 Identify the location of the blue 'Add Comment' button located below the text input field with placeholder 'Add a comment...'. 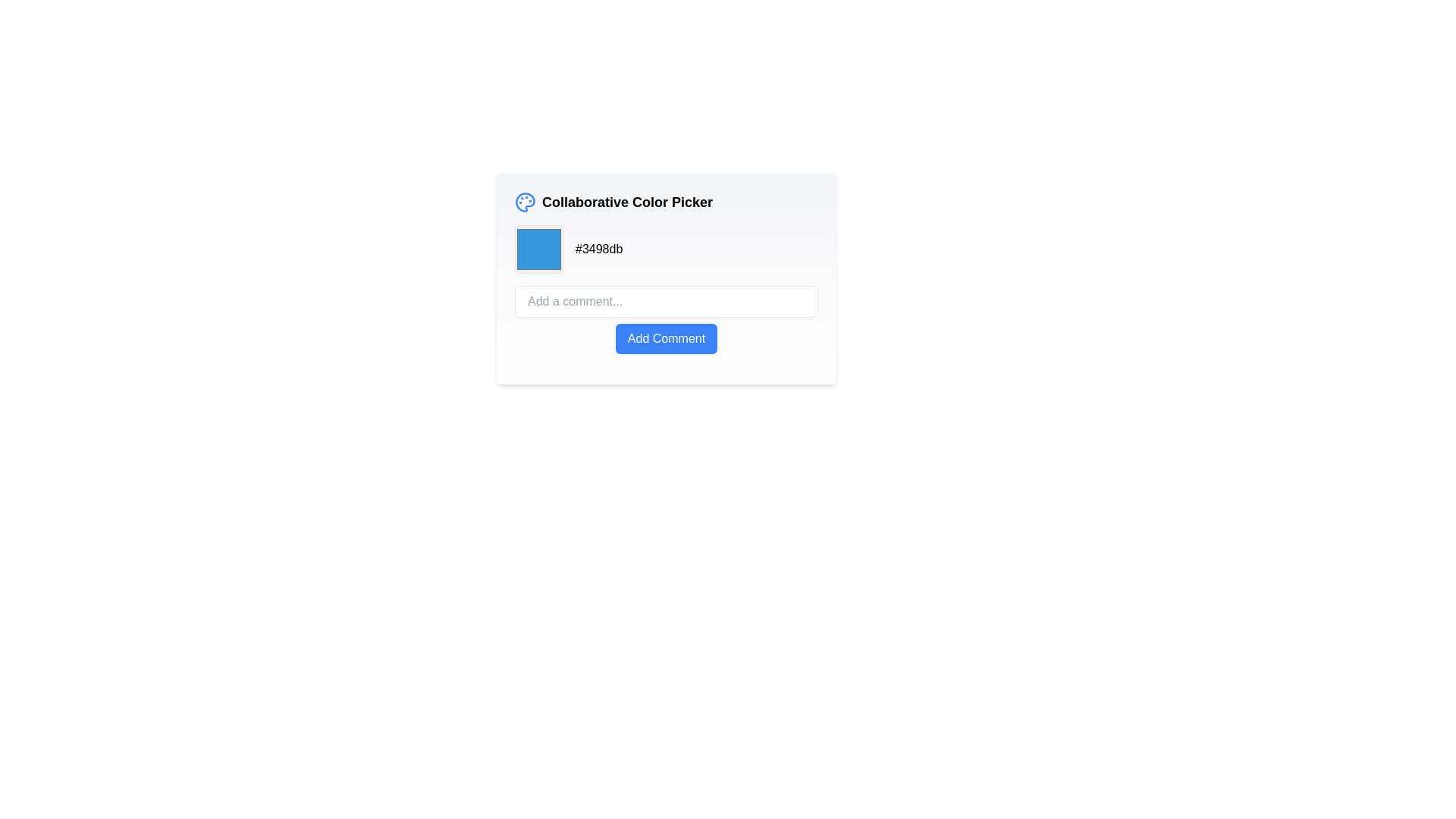
(666, 338).